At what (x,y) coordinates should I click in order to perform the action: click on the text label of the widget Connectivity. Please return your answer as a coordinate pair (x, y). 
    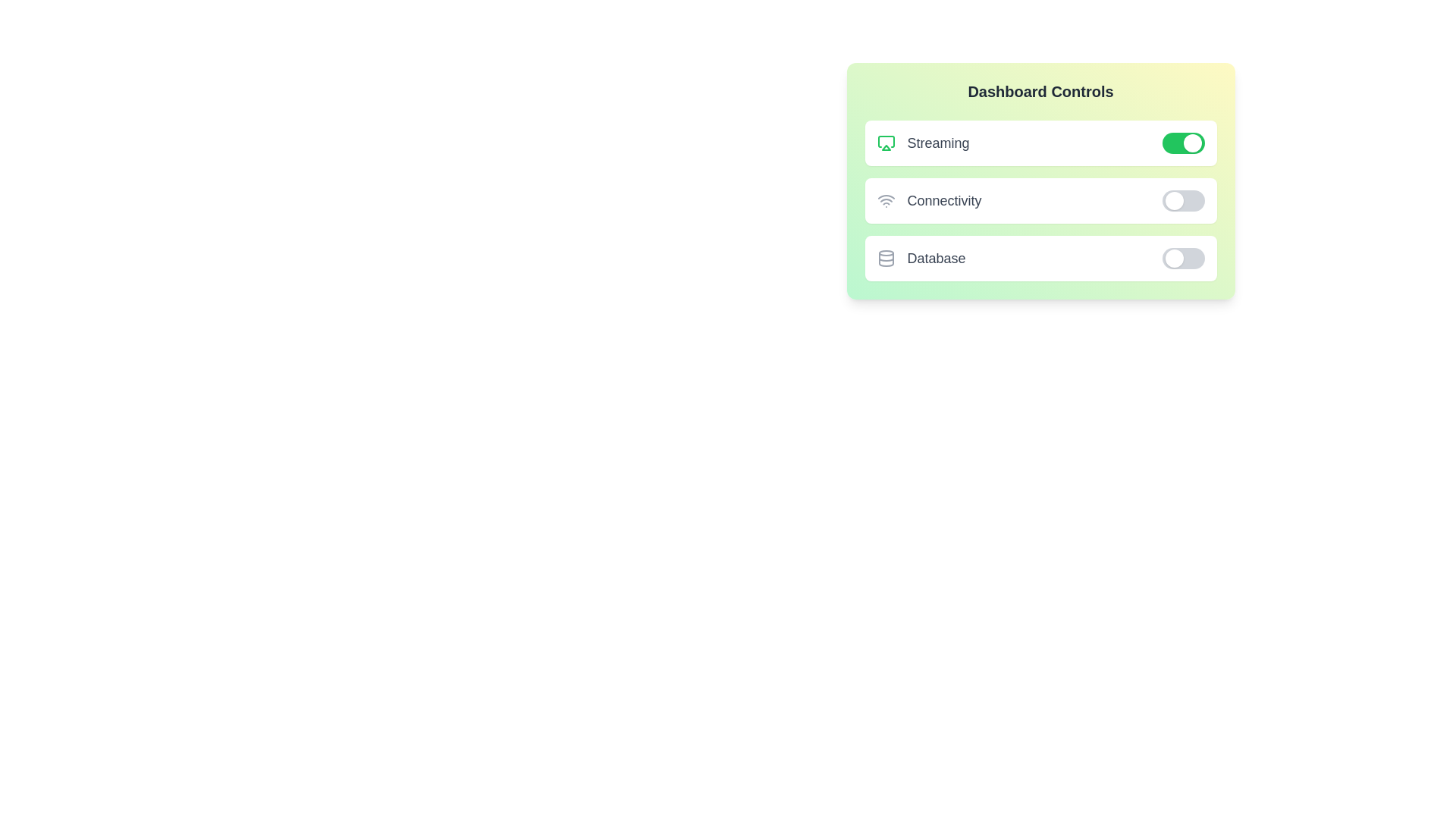
    Looking at the image, I should click on (928, 200).